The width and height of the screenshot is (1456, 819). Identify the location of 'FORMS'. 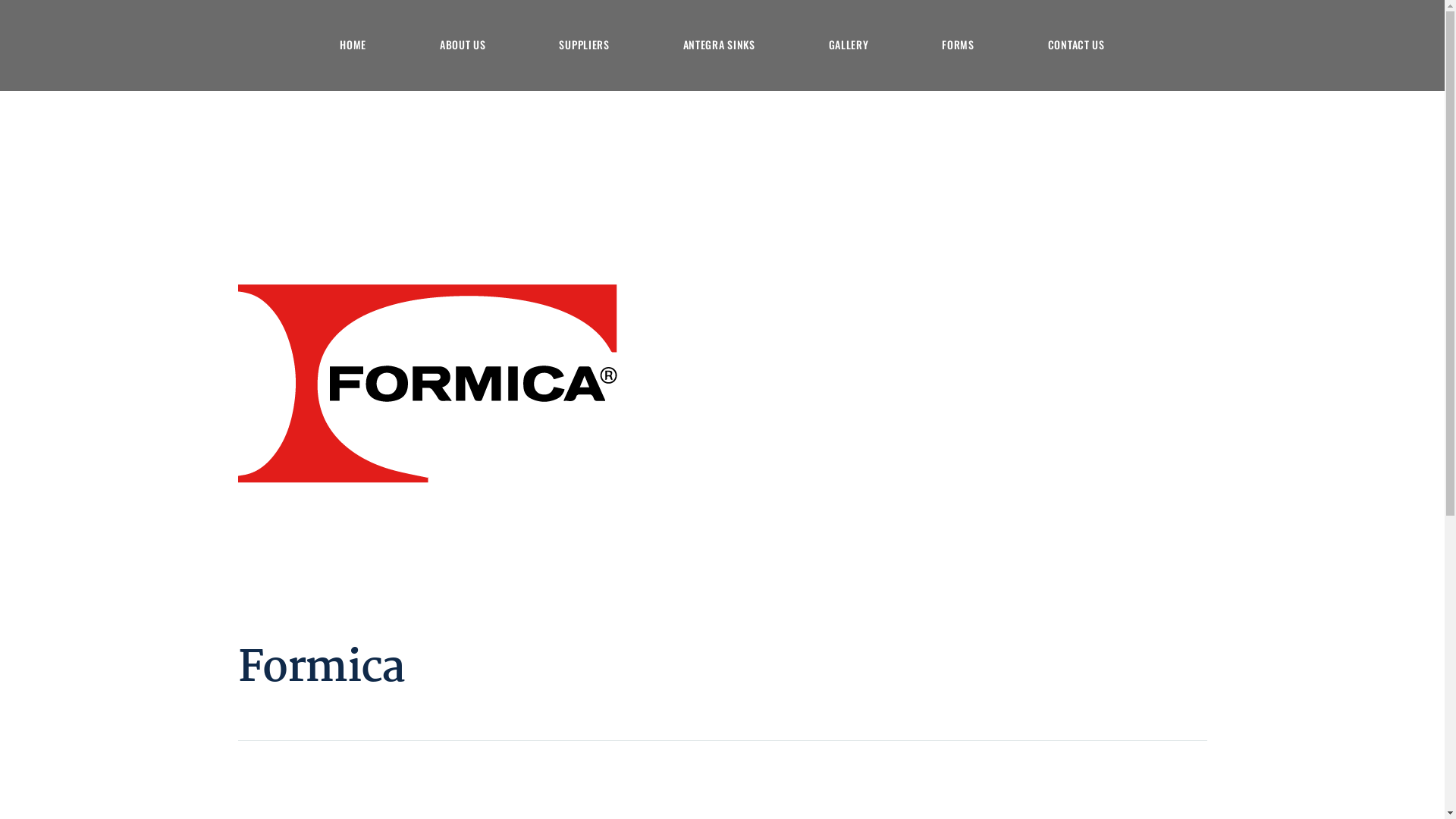
(905, 45).